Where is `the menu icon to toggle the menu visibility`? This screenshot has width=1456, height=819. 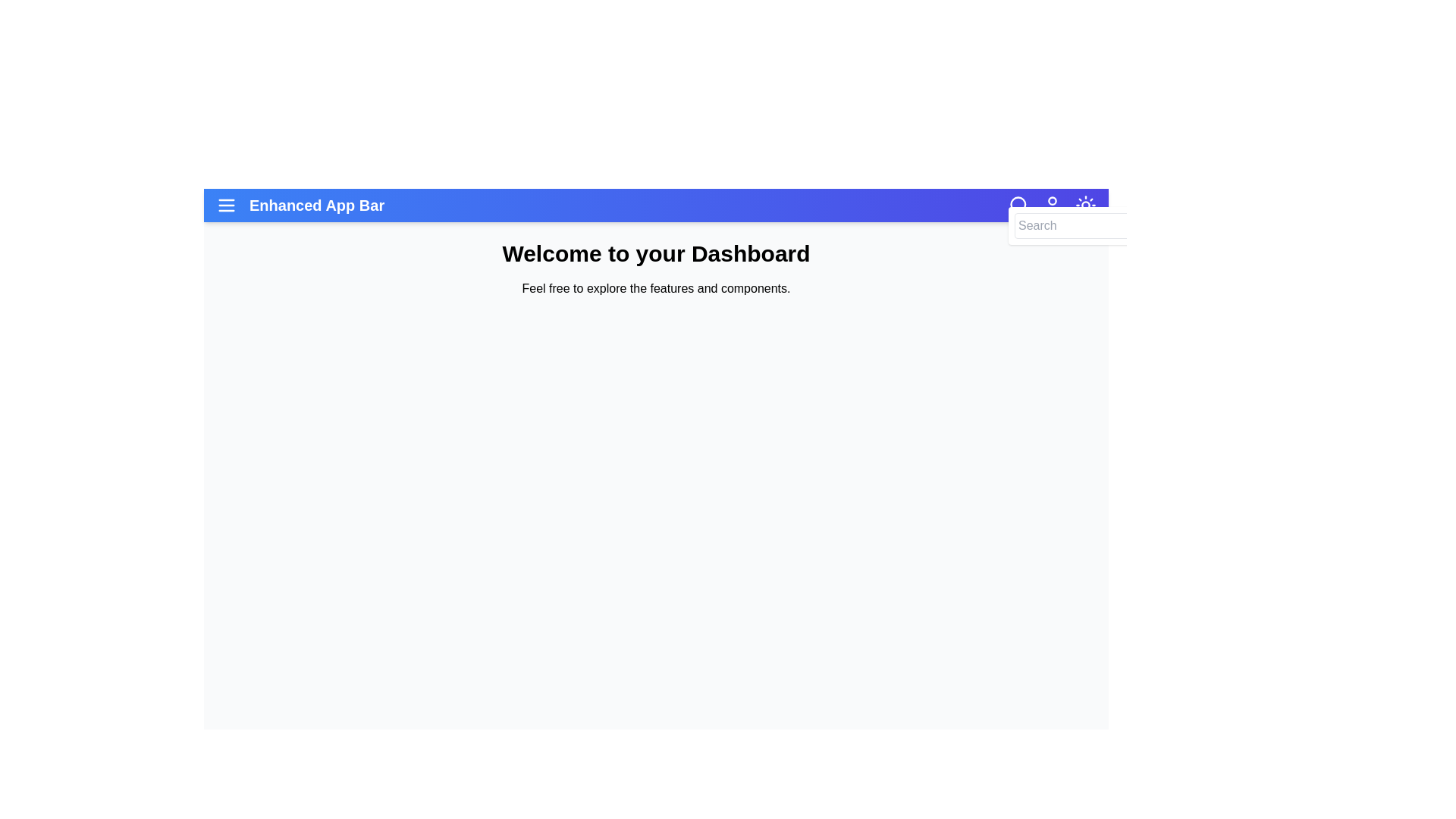 the menu icon to toggle the menu visibility is located at coordinates (225, 205).